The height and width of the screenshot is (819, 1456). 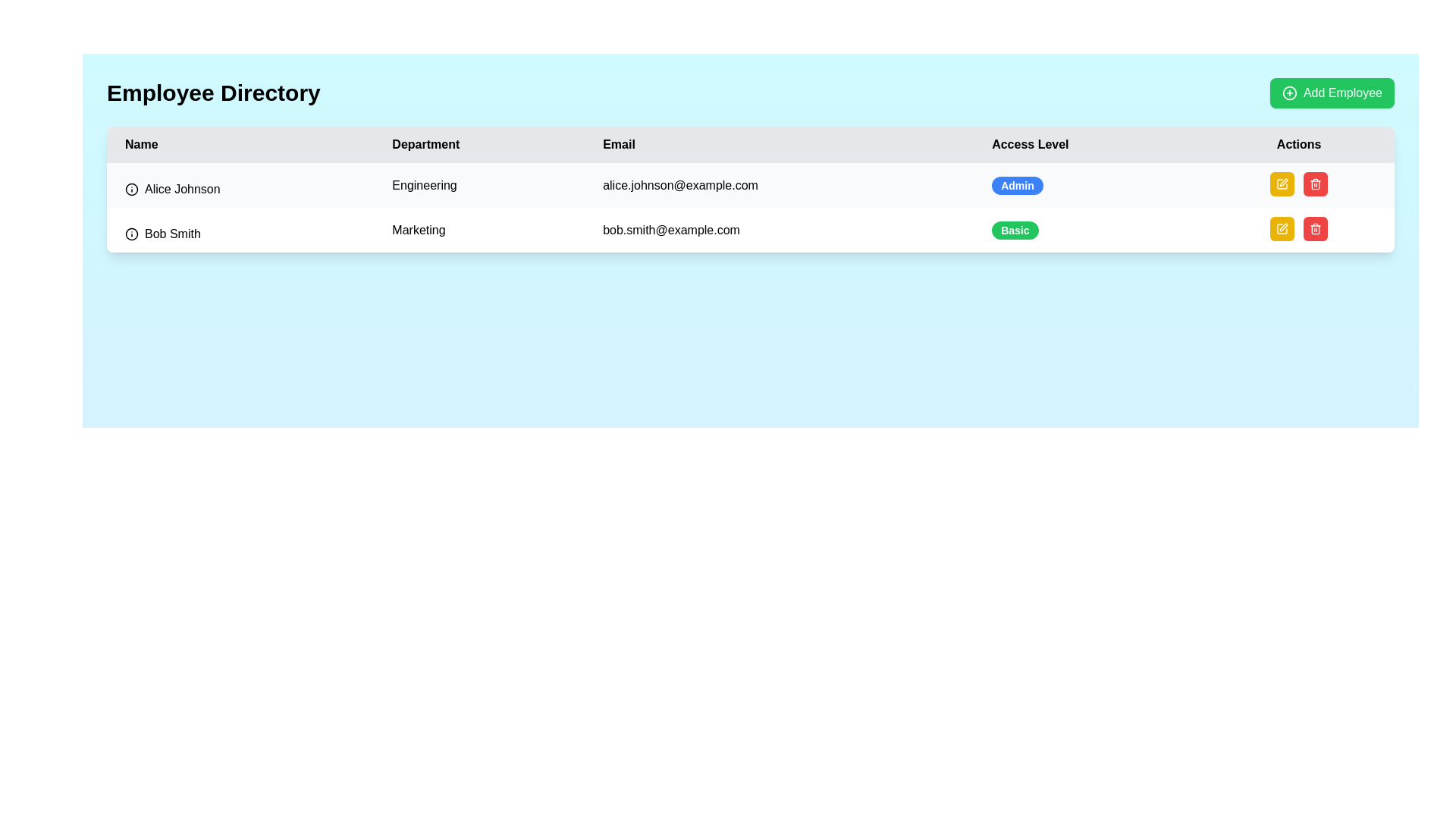 I want to click on the 'edit' icon graphic, which is a small square with a thin line stroke on a yellow background, located in the 'Actions' column for 'Bob Smith', so click(x=1282, y=228).